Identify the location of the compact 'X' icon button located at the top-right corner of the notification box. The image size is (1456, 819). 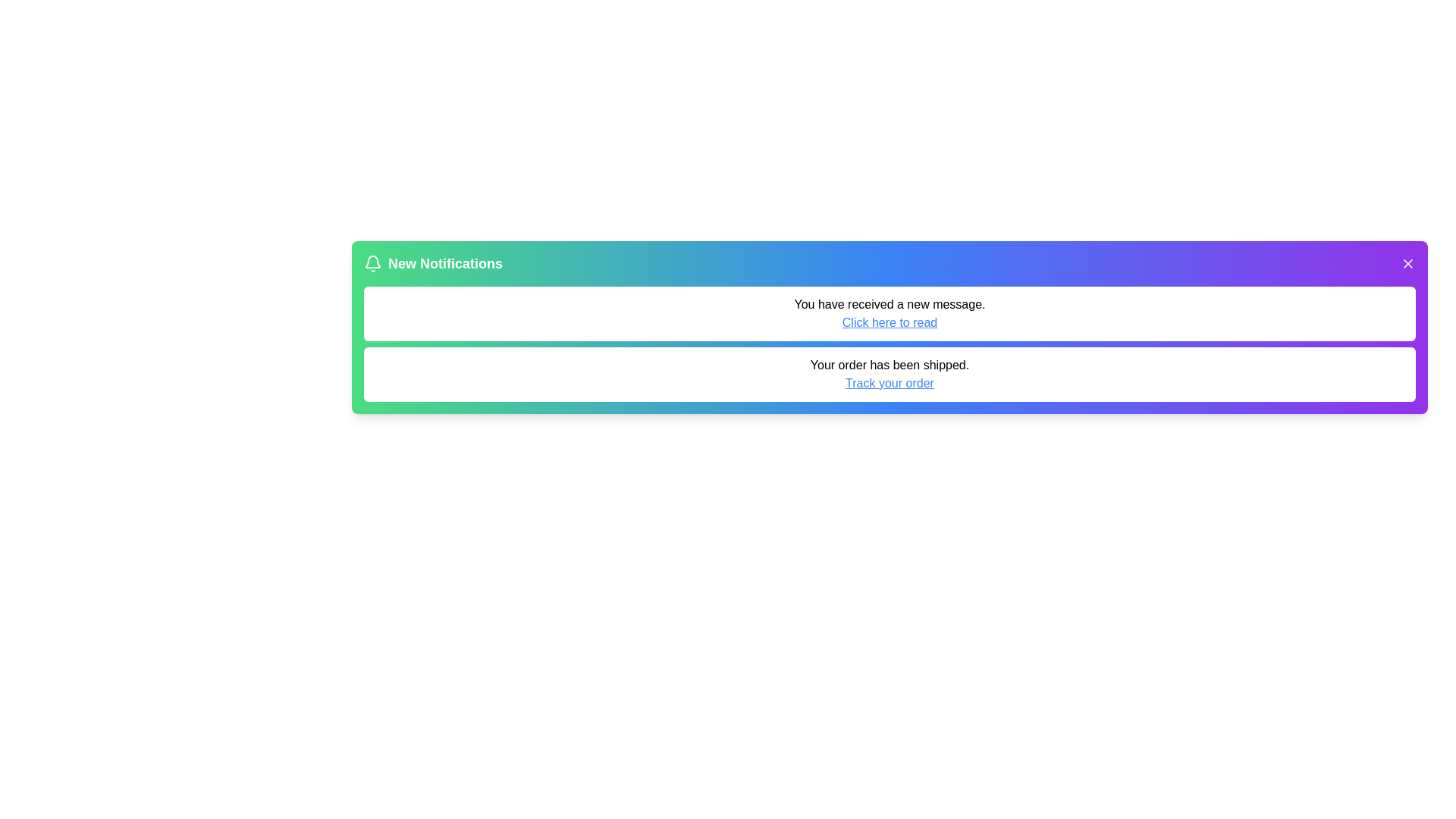
(1407, 262).